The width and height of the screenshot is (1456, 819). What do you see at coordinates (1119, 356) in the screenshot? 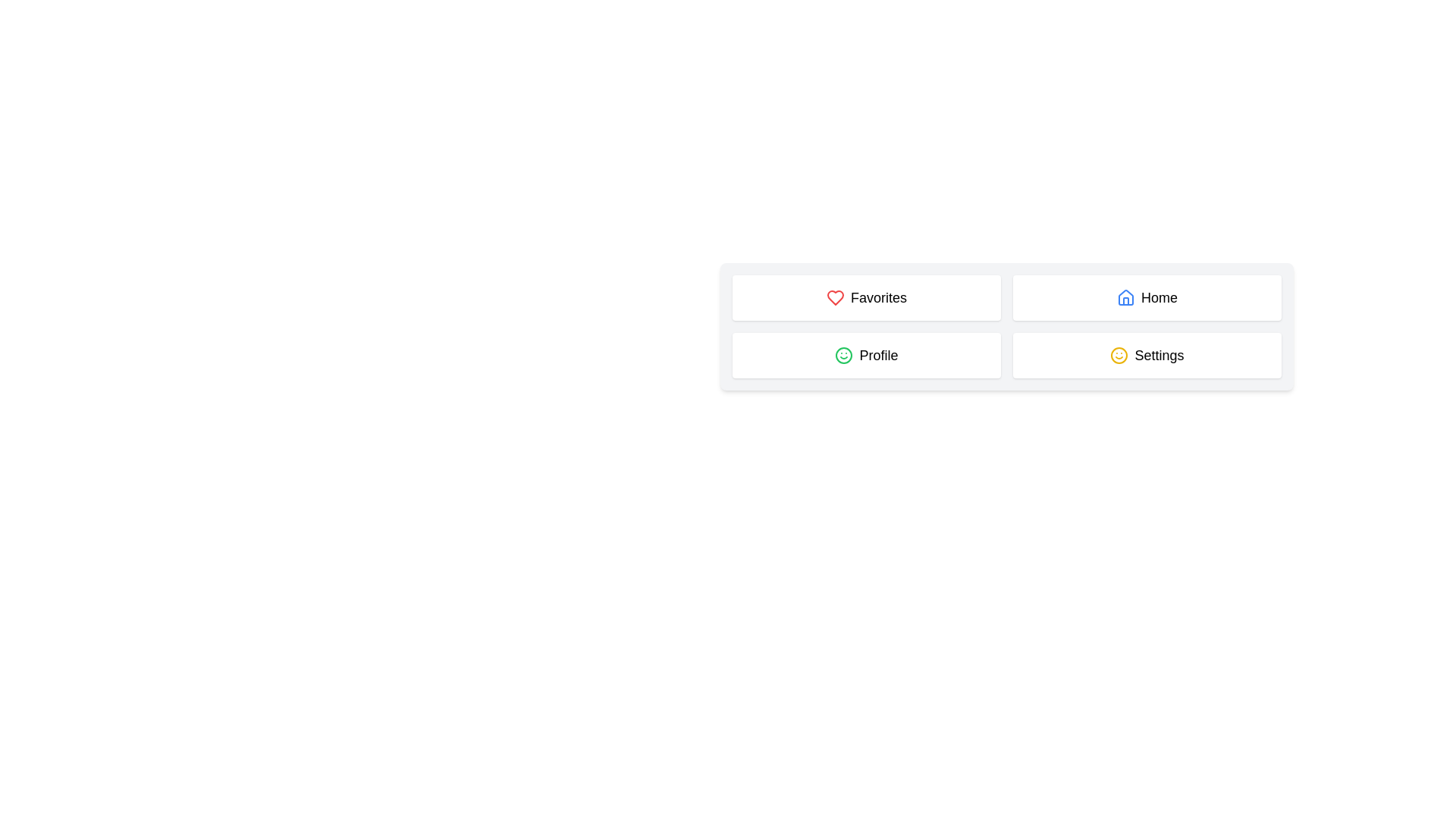
I see `the yellow smiley face icon located within the 'Settings' card in the bottom-right corner of the grid layout` at bounding box center [1119, 356].